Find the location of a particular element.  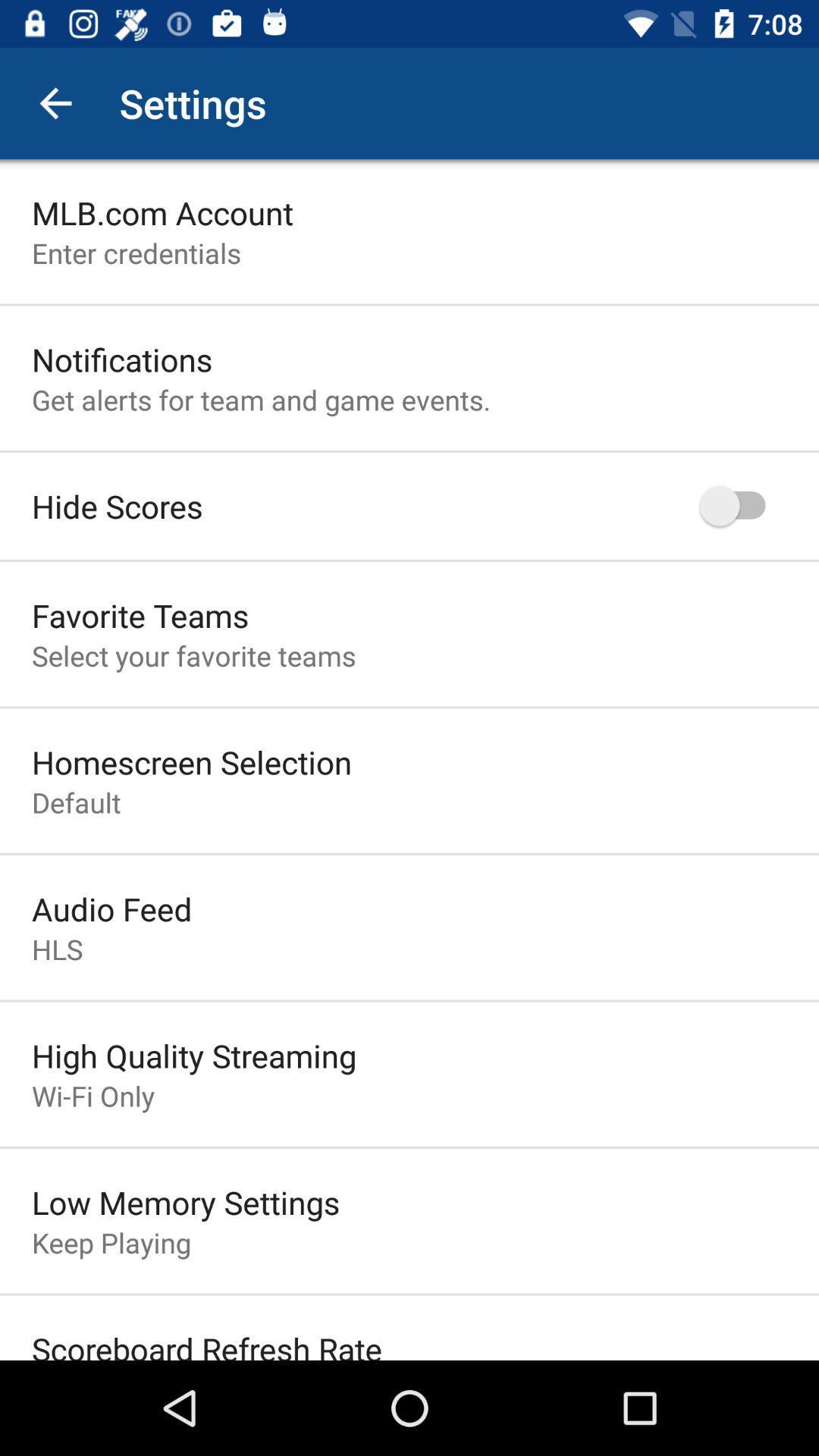

icon above keep playing item is located at coordinates (185, 1201).